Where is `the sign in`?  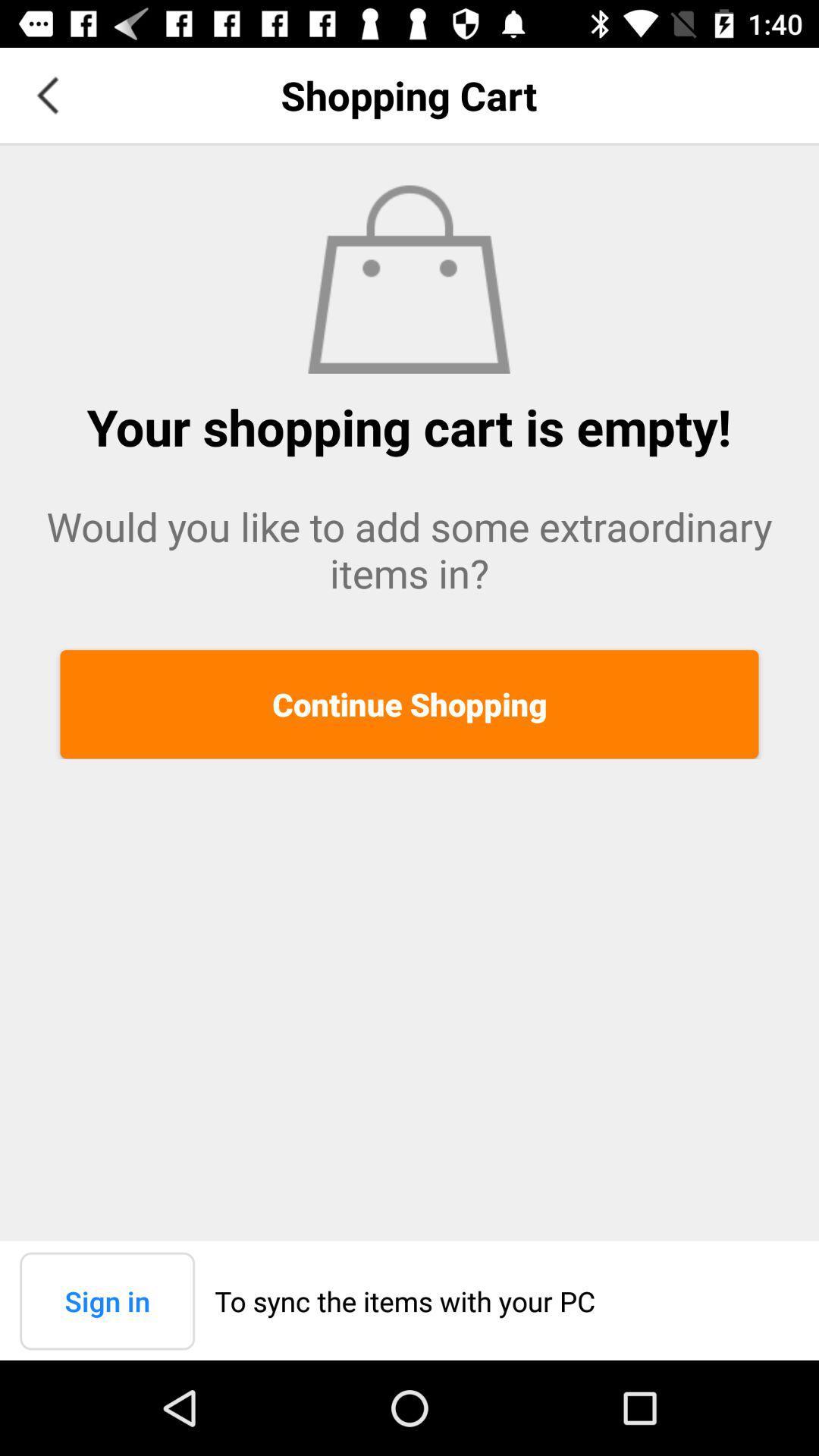
the sign in is located at coordinates (106, 1300).